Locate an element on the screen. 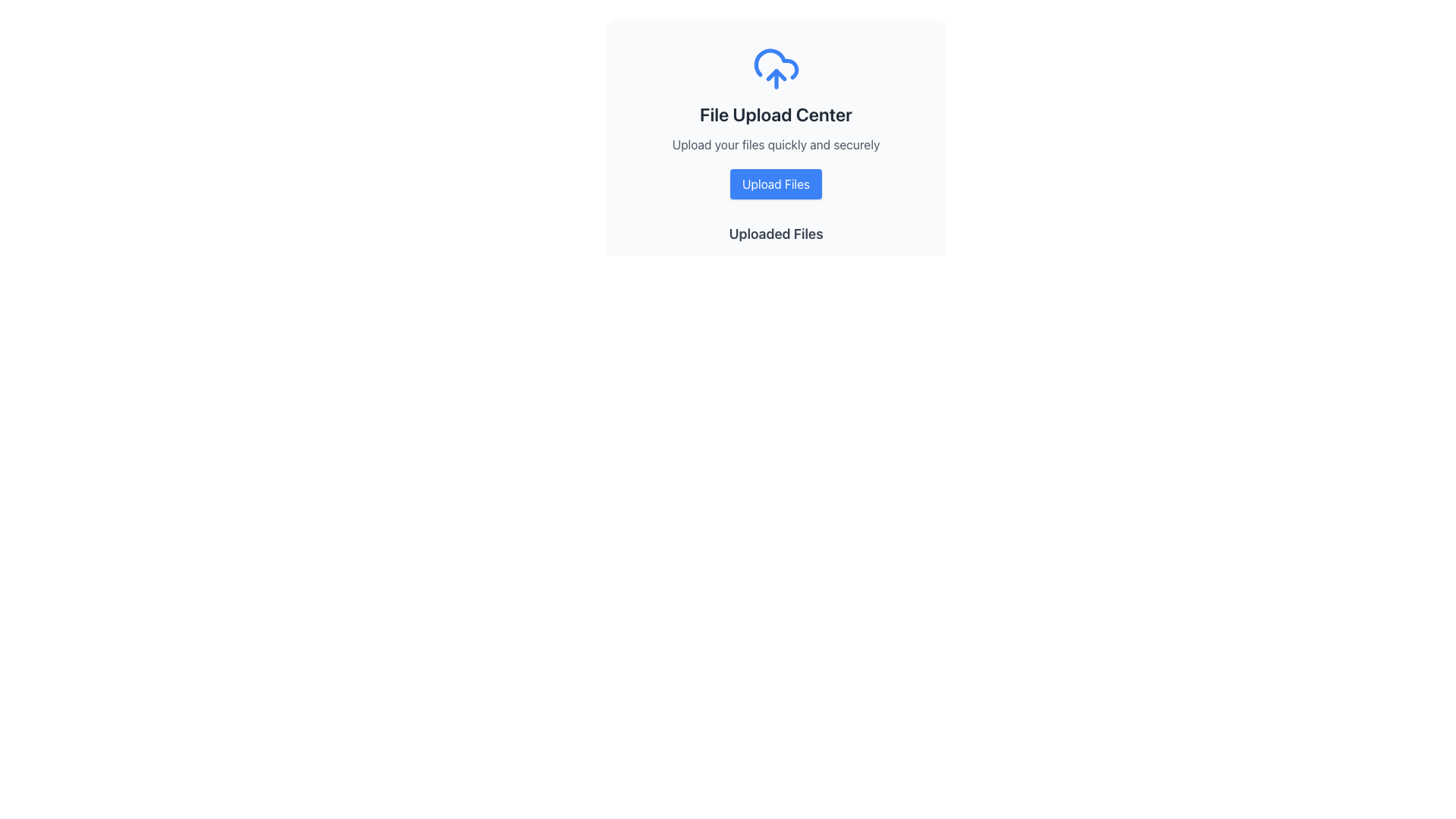  the 'Upload Files' button with white text on a blue background is located at coordinates (776, 184).